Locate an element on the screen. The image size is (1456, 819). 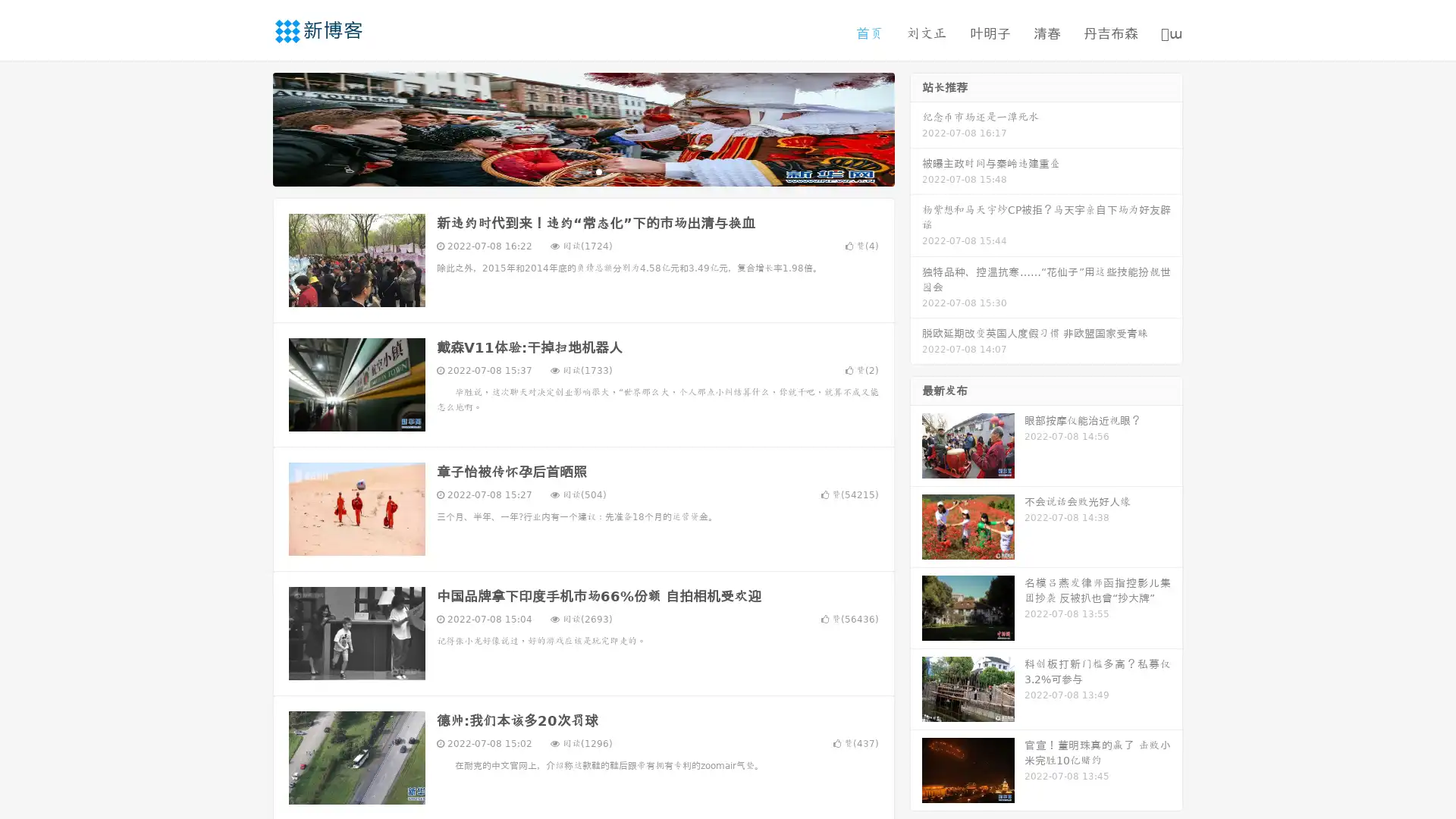
Go to slide 2 is located at coordinates (582, 171).